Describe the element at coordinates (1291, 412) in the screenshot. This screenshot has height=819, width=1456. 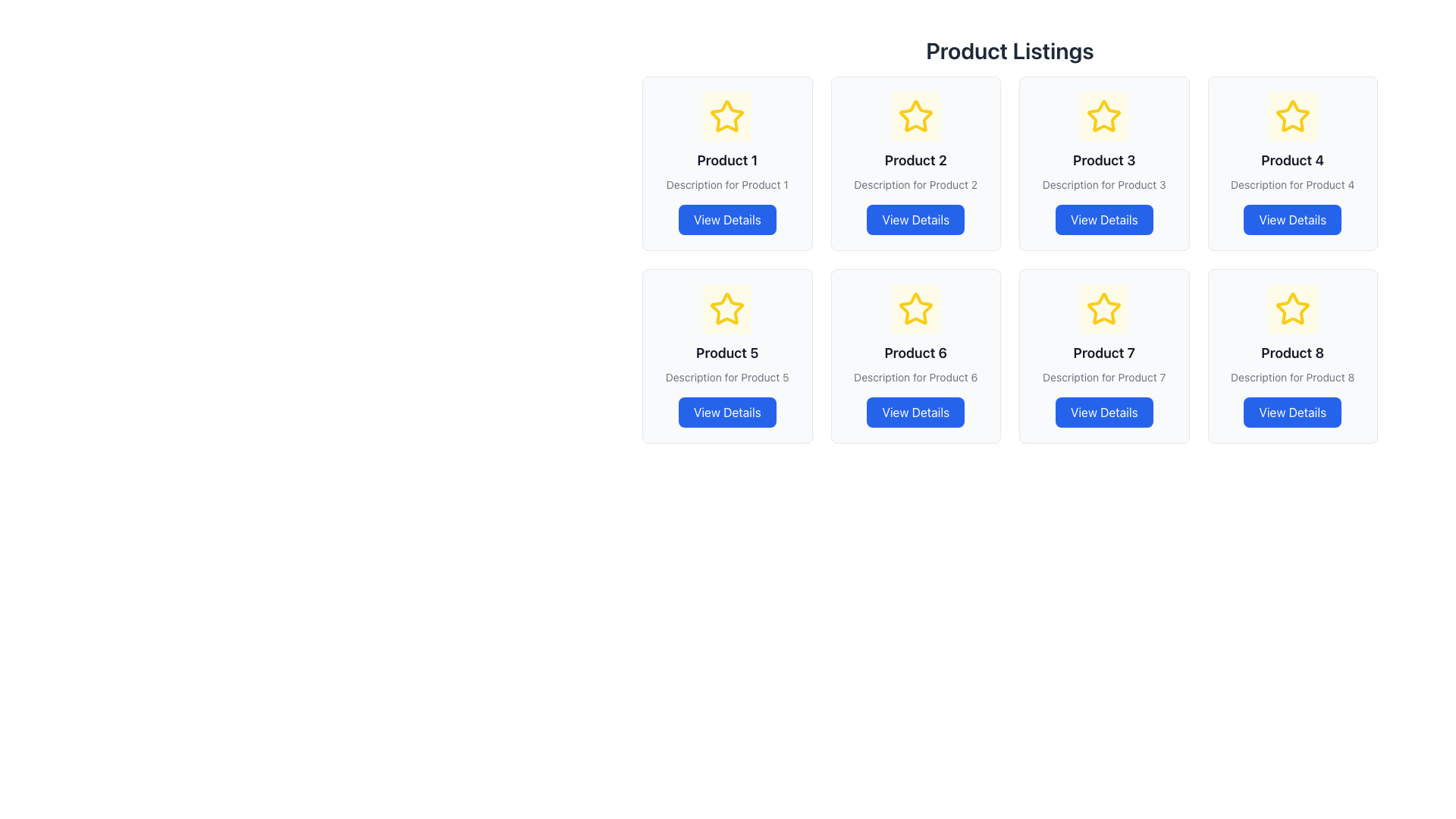
I see `the 'View Details' button located beneath the product description for 'Product 8' to observe the hover effect` at that location.